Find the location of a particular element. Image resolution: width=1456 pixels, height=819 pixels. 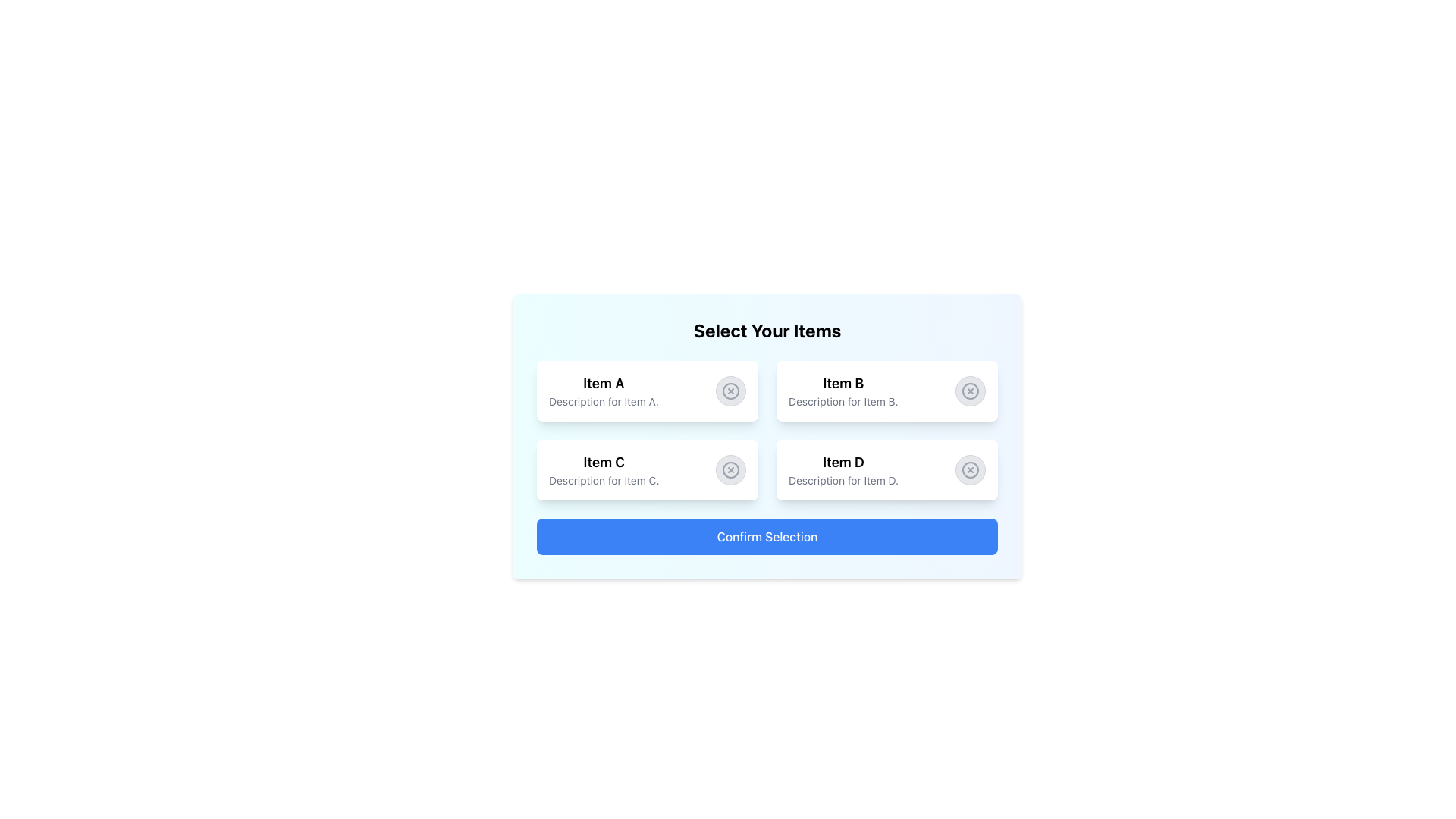

the card displaying 'Item A' located at the top left of the grid for further actions is located at coordinates (603, 391).